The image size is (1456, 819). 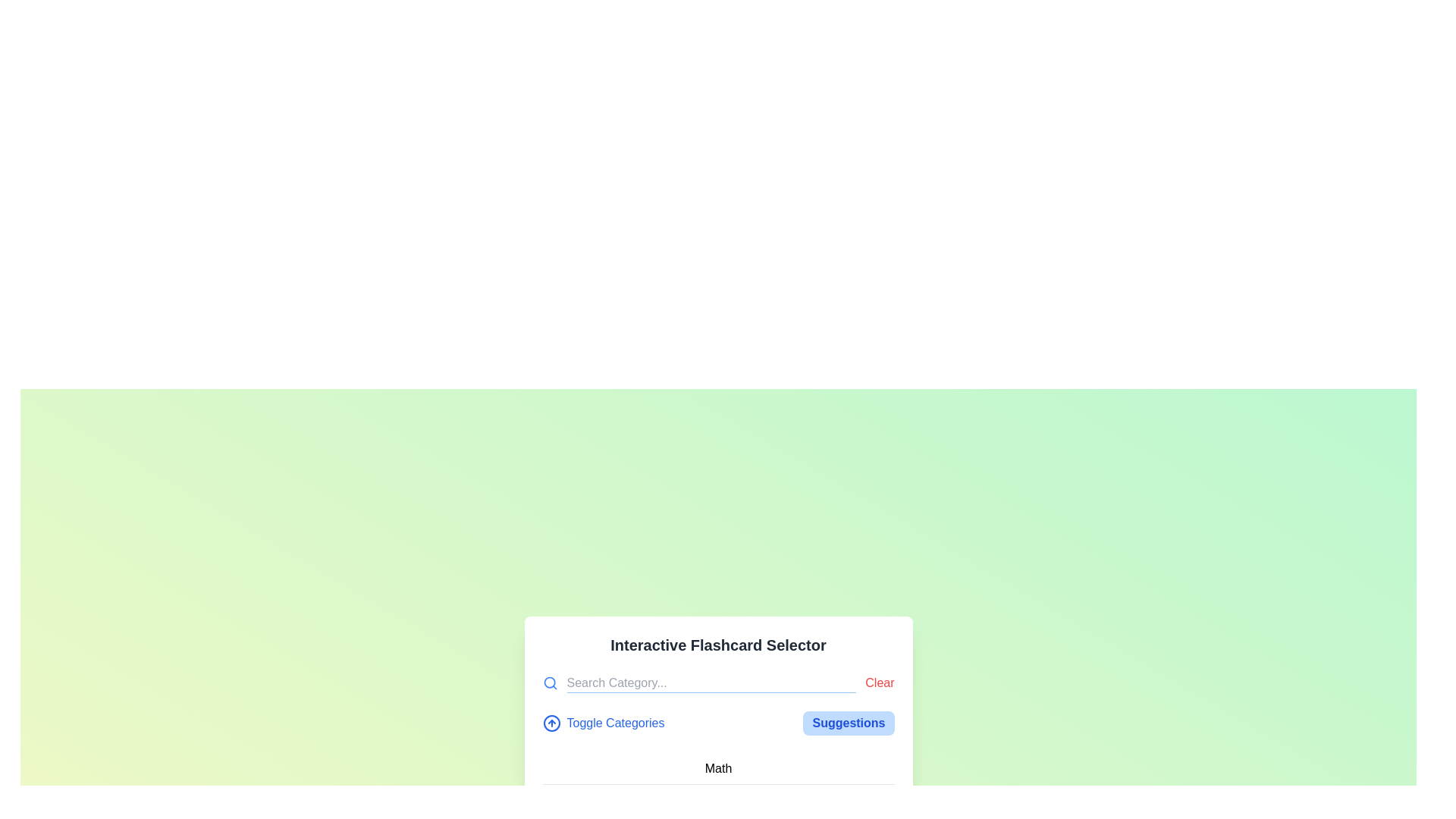 I want to click on the 'Toggle Categories' hyperlink text, so click(x=615, y=722).